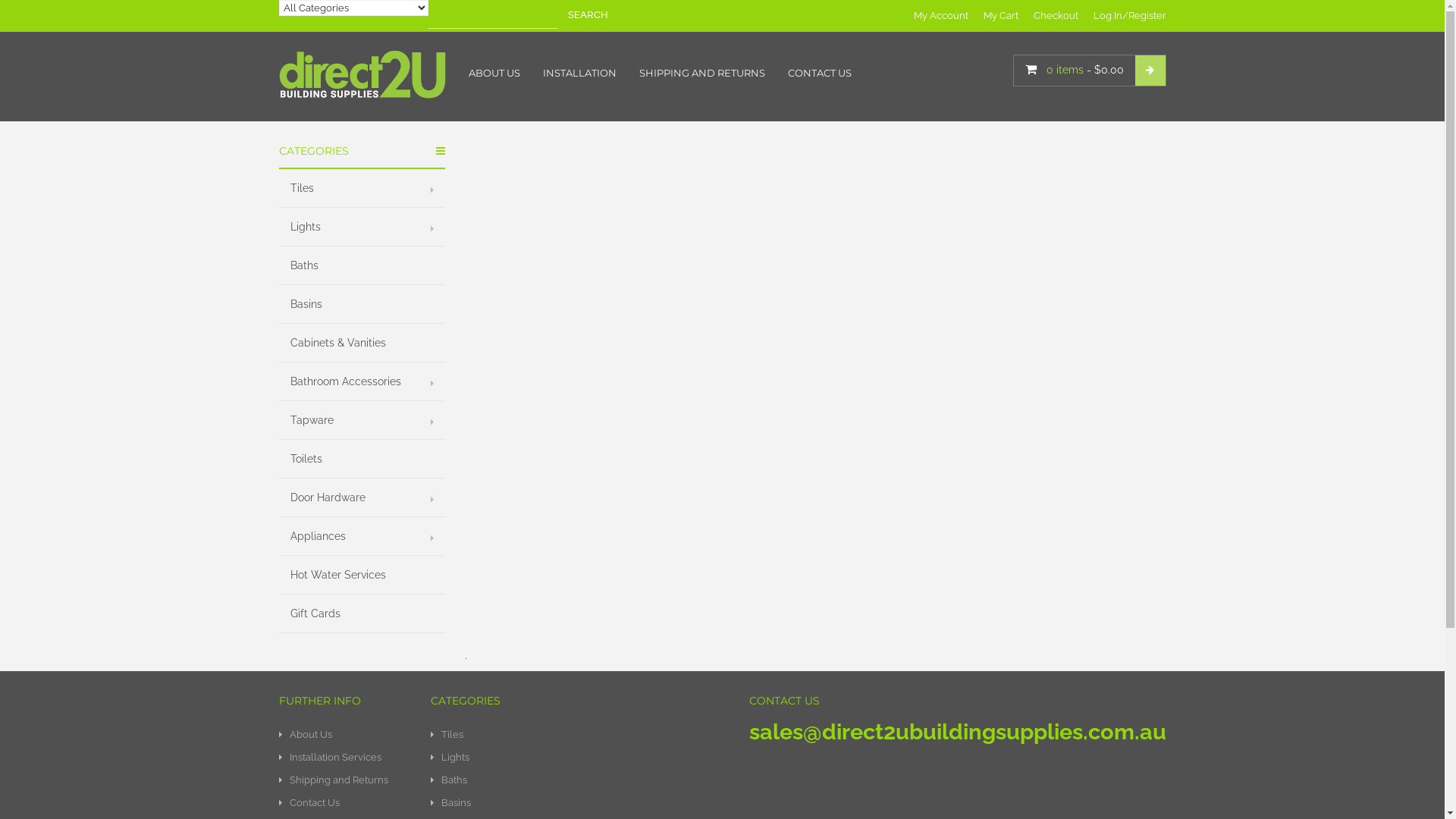  Describe the element at coordinates (939, 15) in the screenshot. I see `'My Account'` at that location.